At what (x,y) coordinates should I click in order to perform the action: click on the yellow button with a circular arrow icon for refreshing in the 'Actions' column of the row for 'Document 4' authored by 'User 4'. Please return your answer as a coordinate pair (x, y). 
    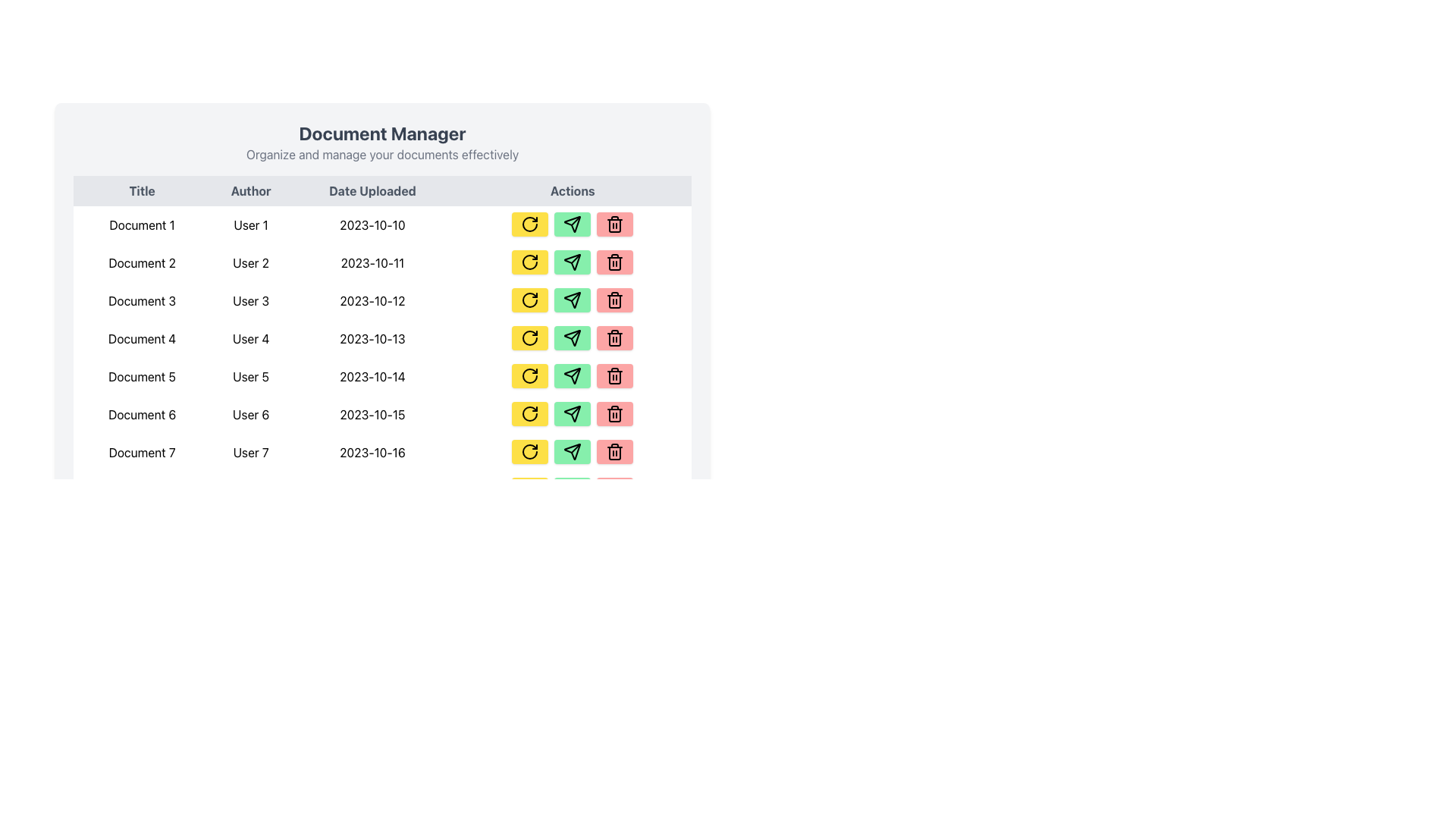
    Looking at the image, I should click on (530, 337).